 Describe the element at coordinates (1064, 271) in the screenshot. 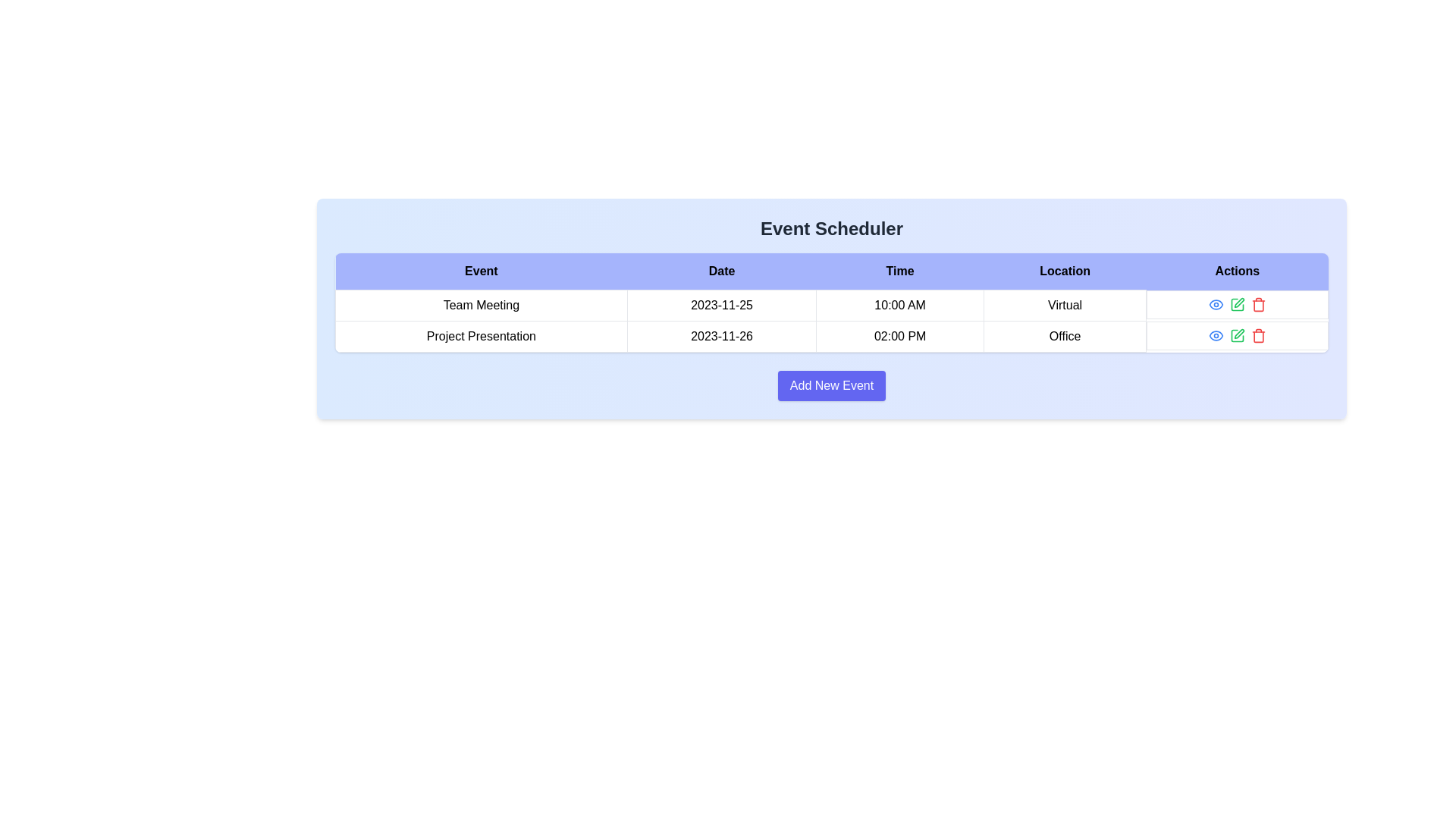

I see `the static text label displaying 'Location' in bold black font, which is centered within a light blue background and positioned between 'Time' and 'Actions' in the header row of a table-like structure` at that location.